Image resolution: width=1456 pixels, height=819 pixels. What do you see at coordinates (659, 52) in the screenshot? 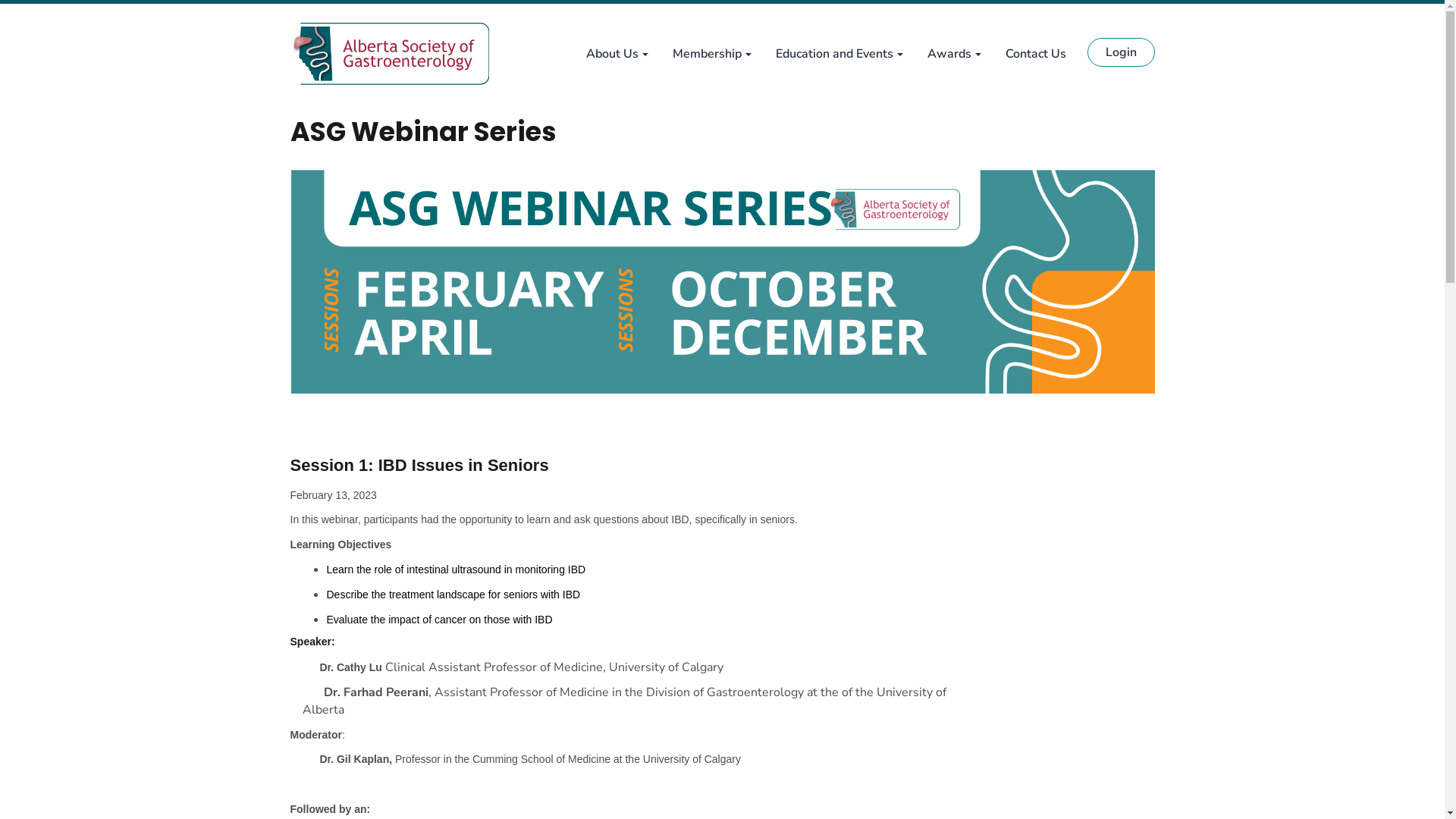
I see `'Membership'` at bounding box center [659, 52].